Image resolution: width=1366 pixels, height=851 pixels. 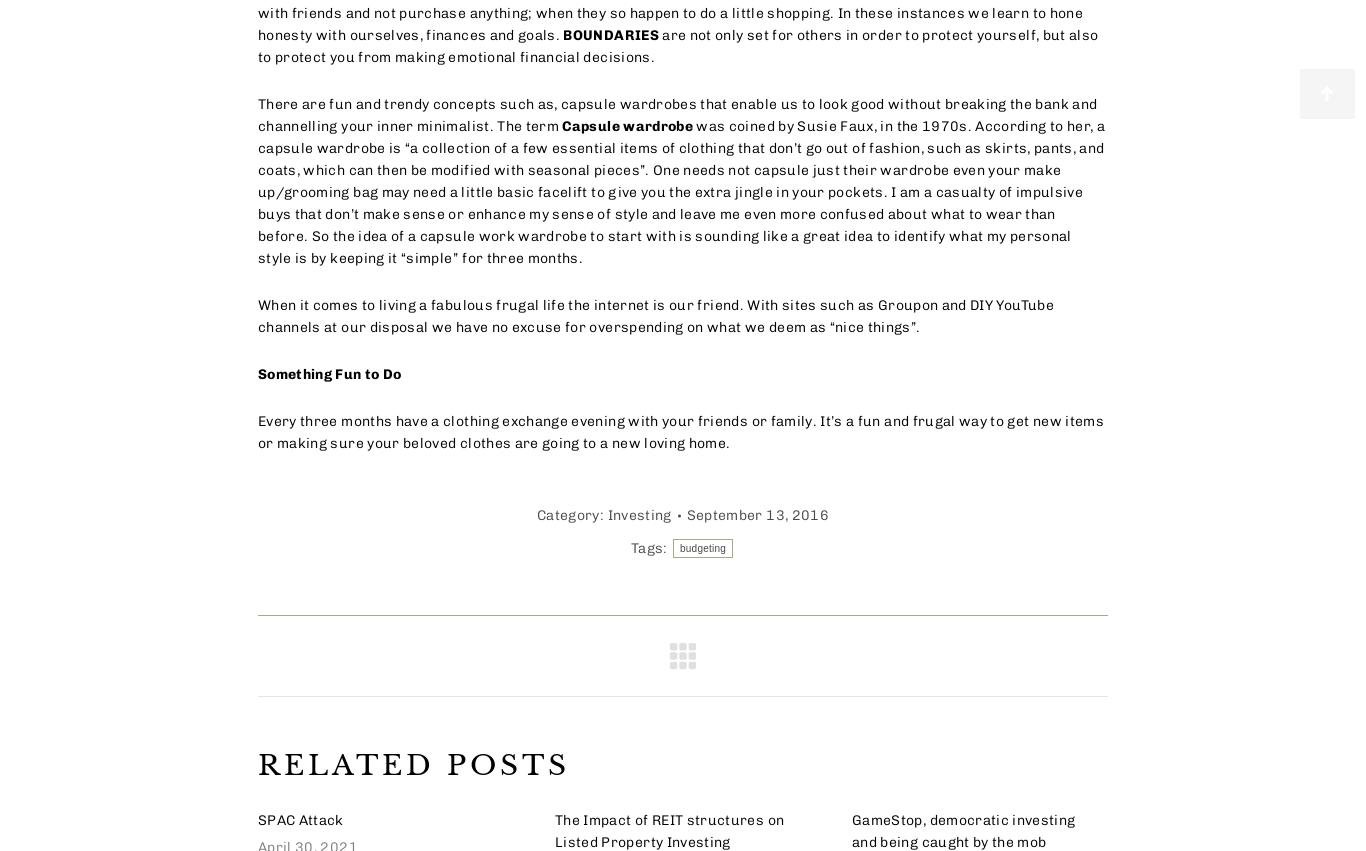 What do you see at coordinates (679, 432) in the screenshot?
I see `'Every three months have a clothing exchange evening with your friends or family. It’s a fun and frugal way to get new items or making sure your beloved clothes are going to a new loving home.'` at bounding box center [679, 432].